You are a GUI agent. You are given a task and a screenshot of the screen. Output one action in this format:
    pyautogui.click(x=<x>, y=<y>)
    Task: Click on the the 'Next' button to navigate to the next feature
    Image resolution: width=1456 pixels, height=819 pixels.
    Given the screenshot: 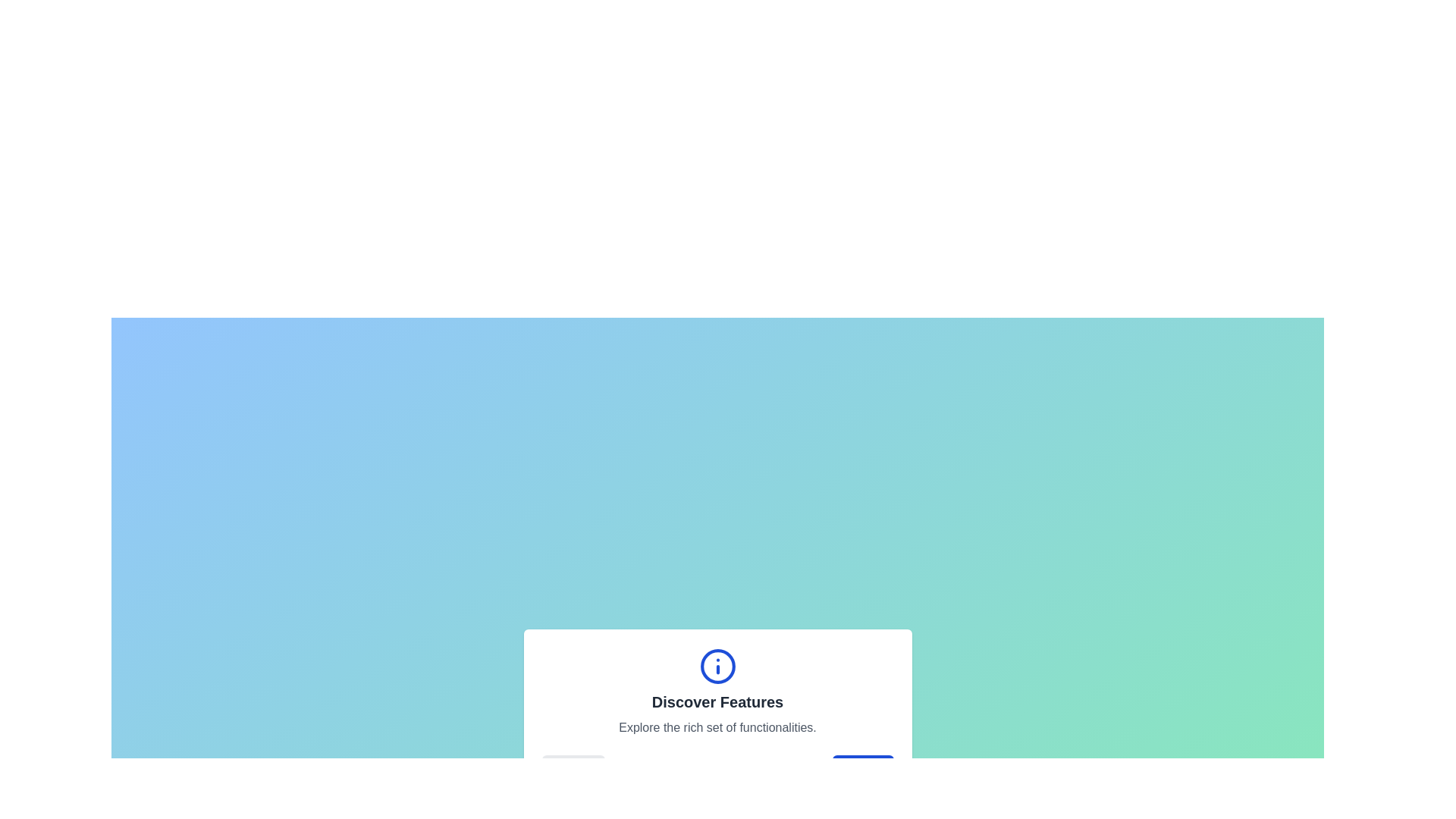 What is the action you would take?
    pyautogui.click(x=862, y=770)
    